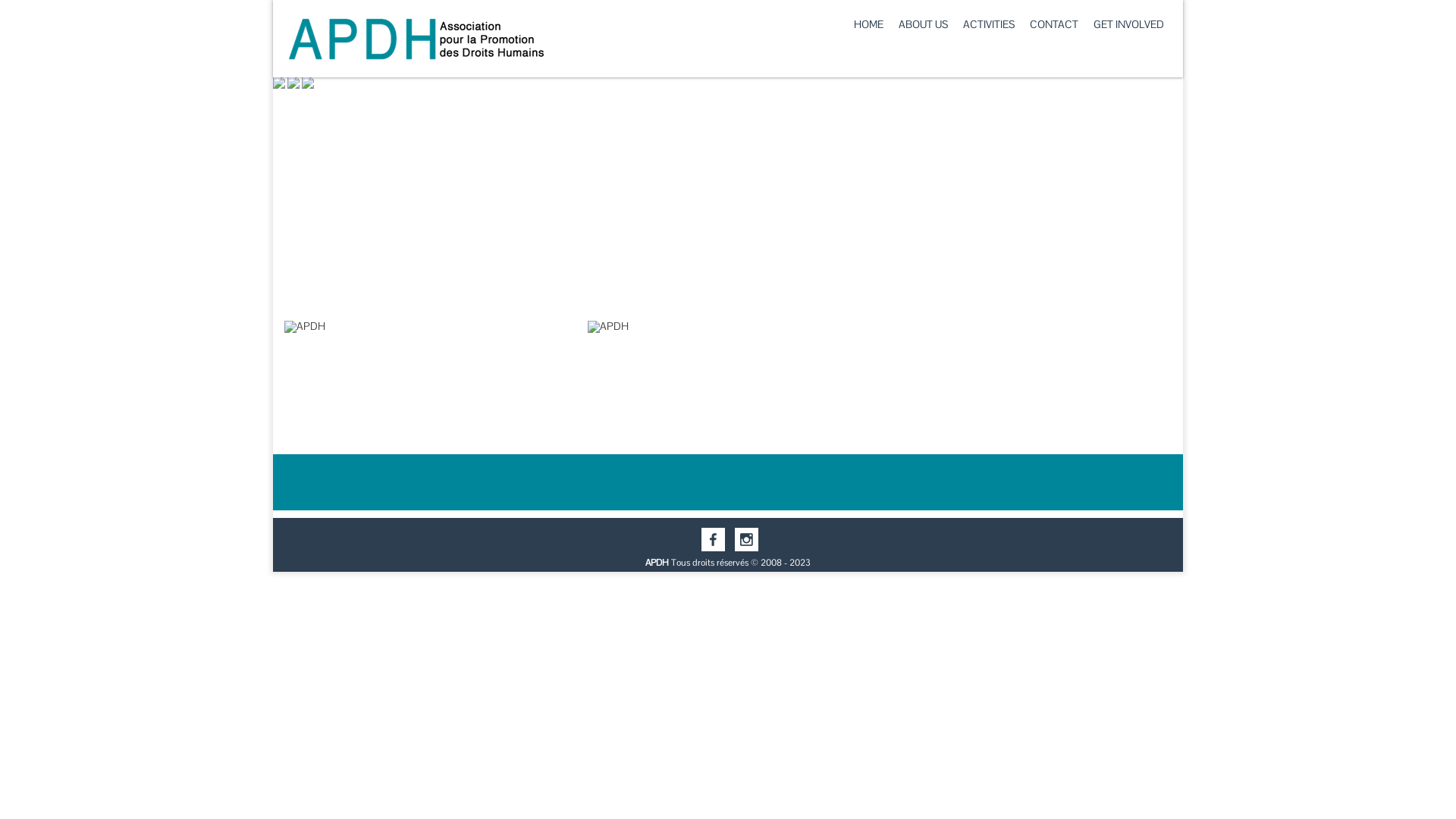  I want to click on 'GET INVOLVED', so click(1128, 24).